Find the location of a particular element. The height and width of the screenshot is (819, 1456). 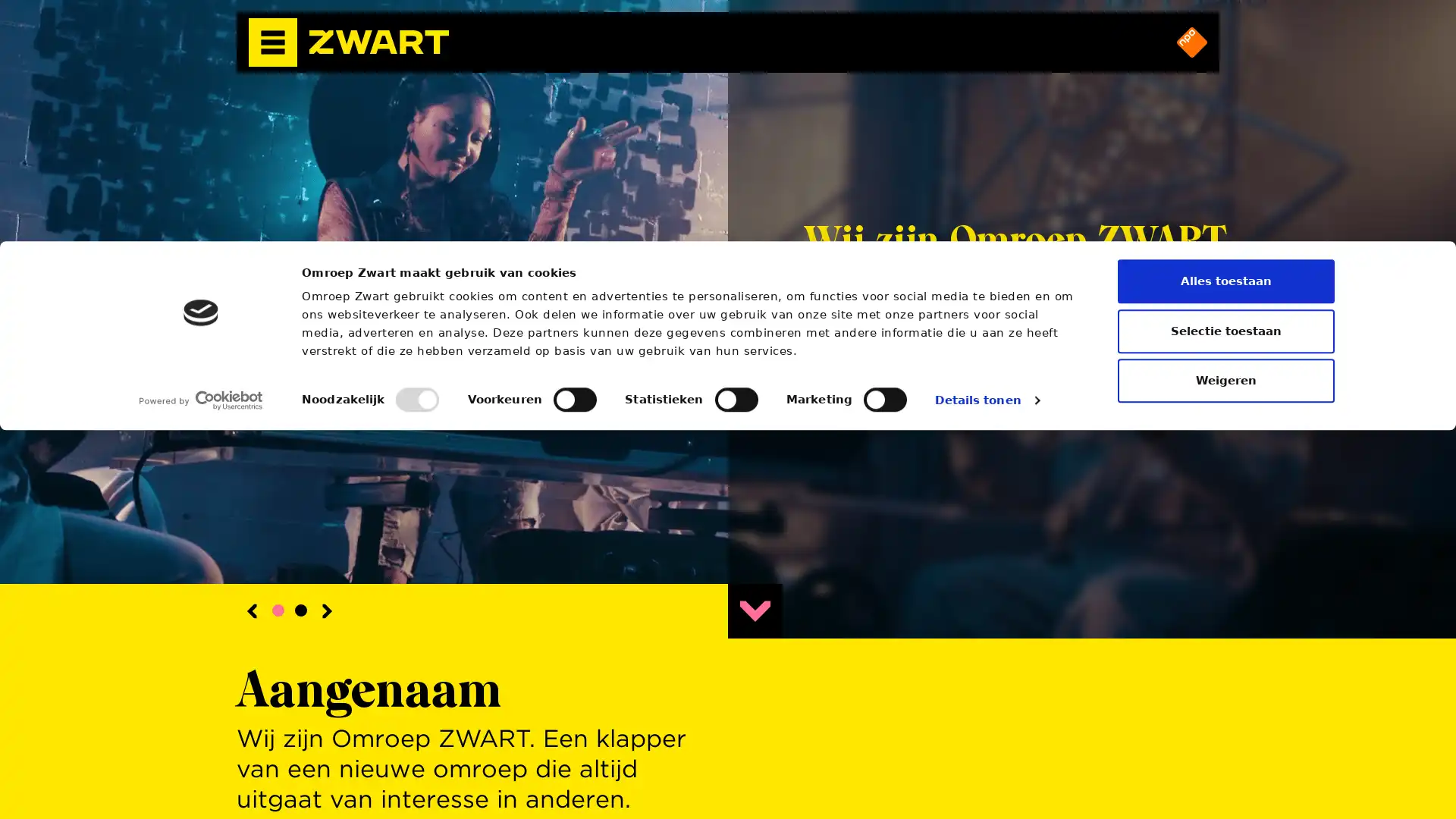

Selectie toestaan is located at coordinates (1226, 718).